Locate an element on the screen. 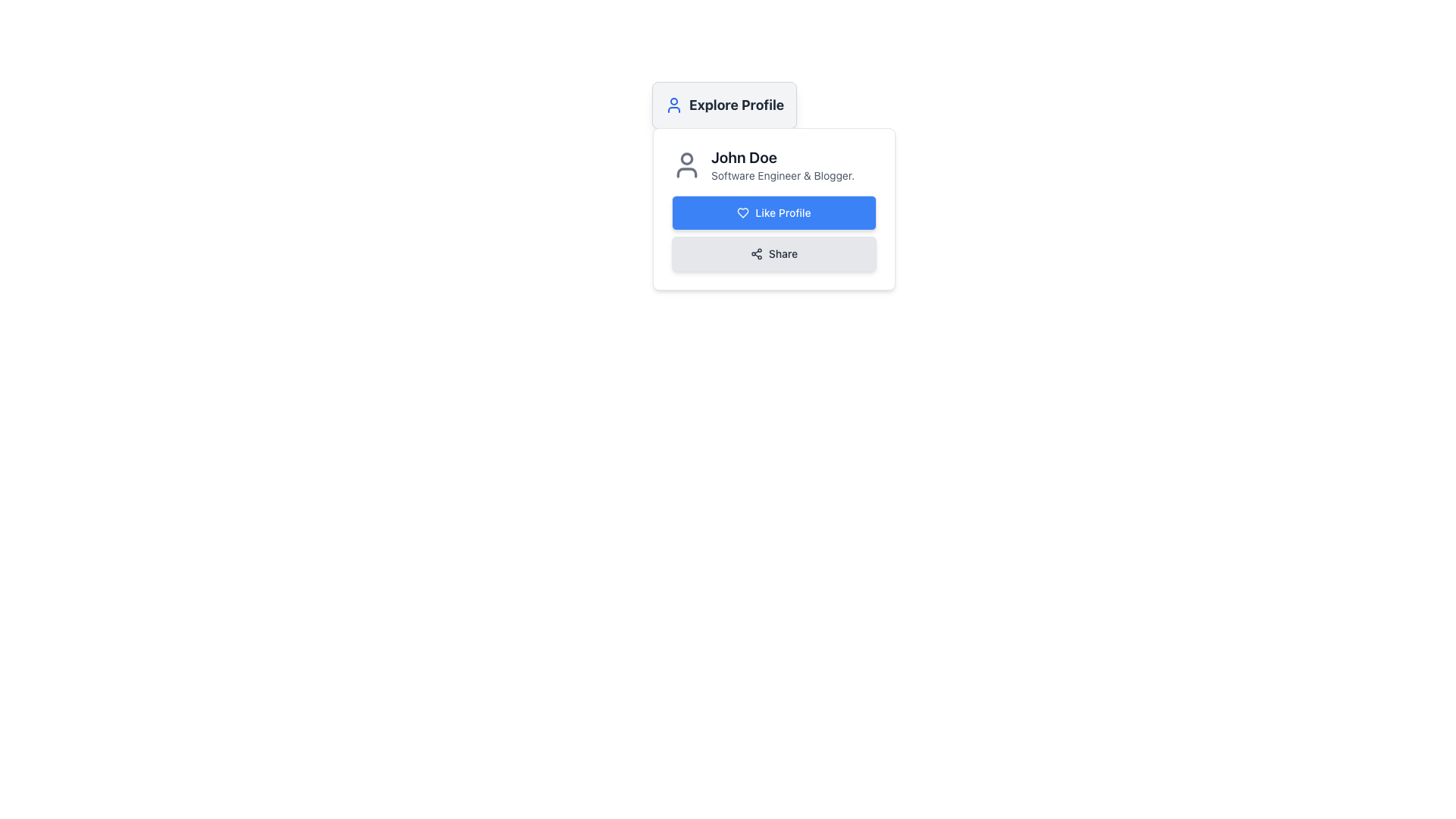 This screenshot has width=1456, height=819. the share icon, which is a small icon depicting a share symbol located within the button labeled 'Share', positioned to the left of the text in the second action element of the panel is located at coordinates (756, 253).